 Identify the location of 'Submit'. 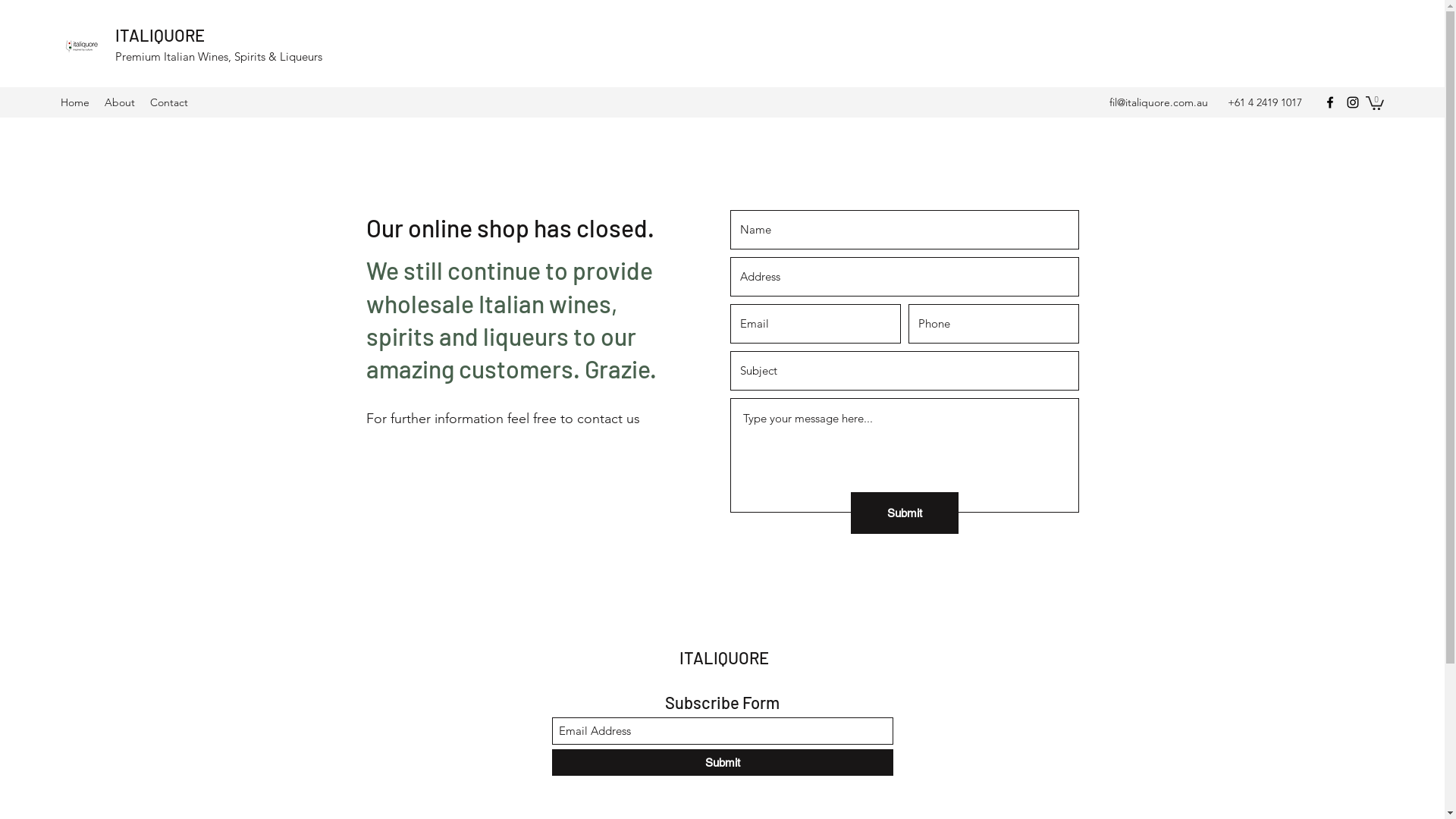
(722, 762).